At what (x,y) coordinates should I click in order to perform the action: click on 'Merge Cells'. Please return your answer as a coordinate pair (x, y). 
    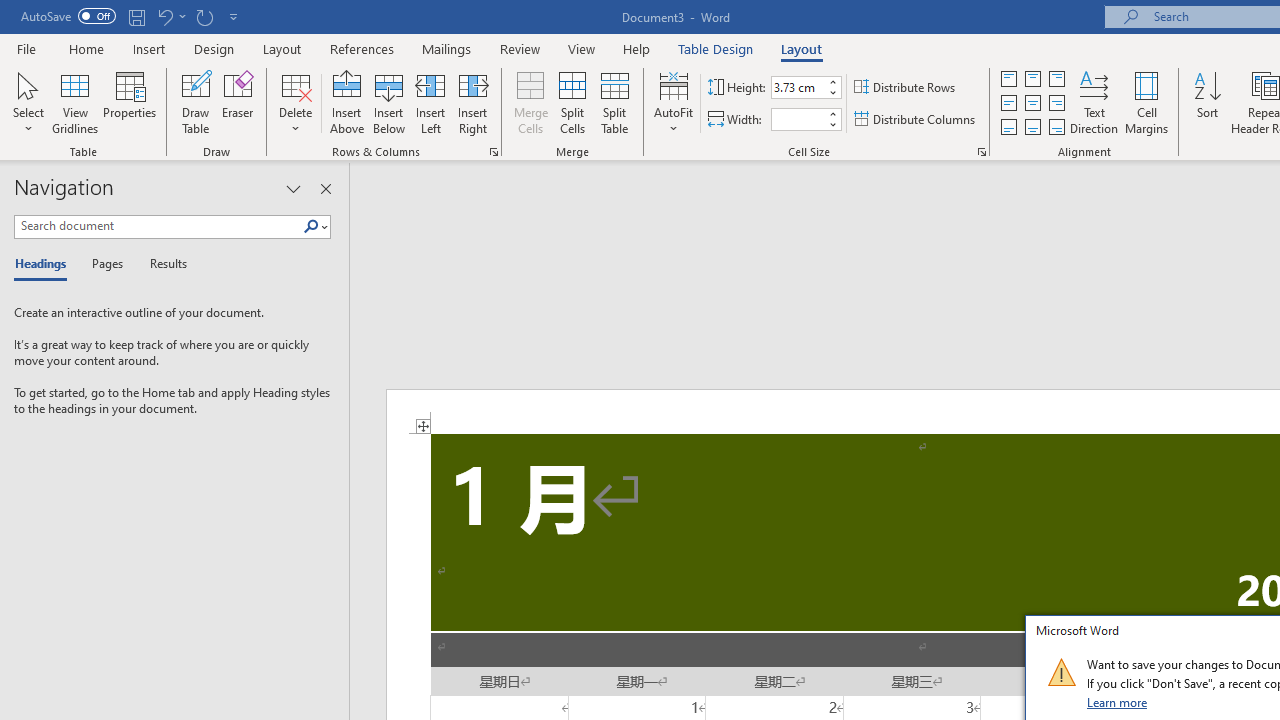
    Looking at the image, I should click on (530, 103).